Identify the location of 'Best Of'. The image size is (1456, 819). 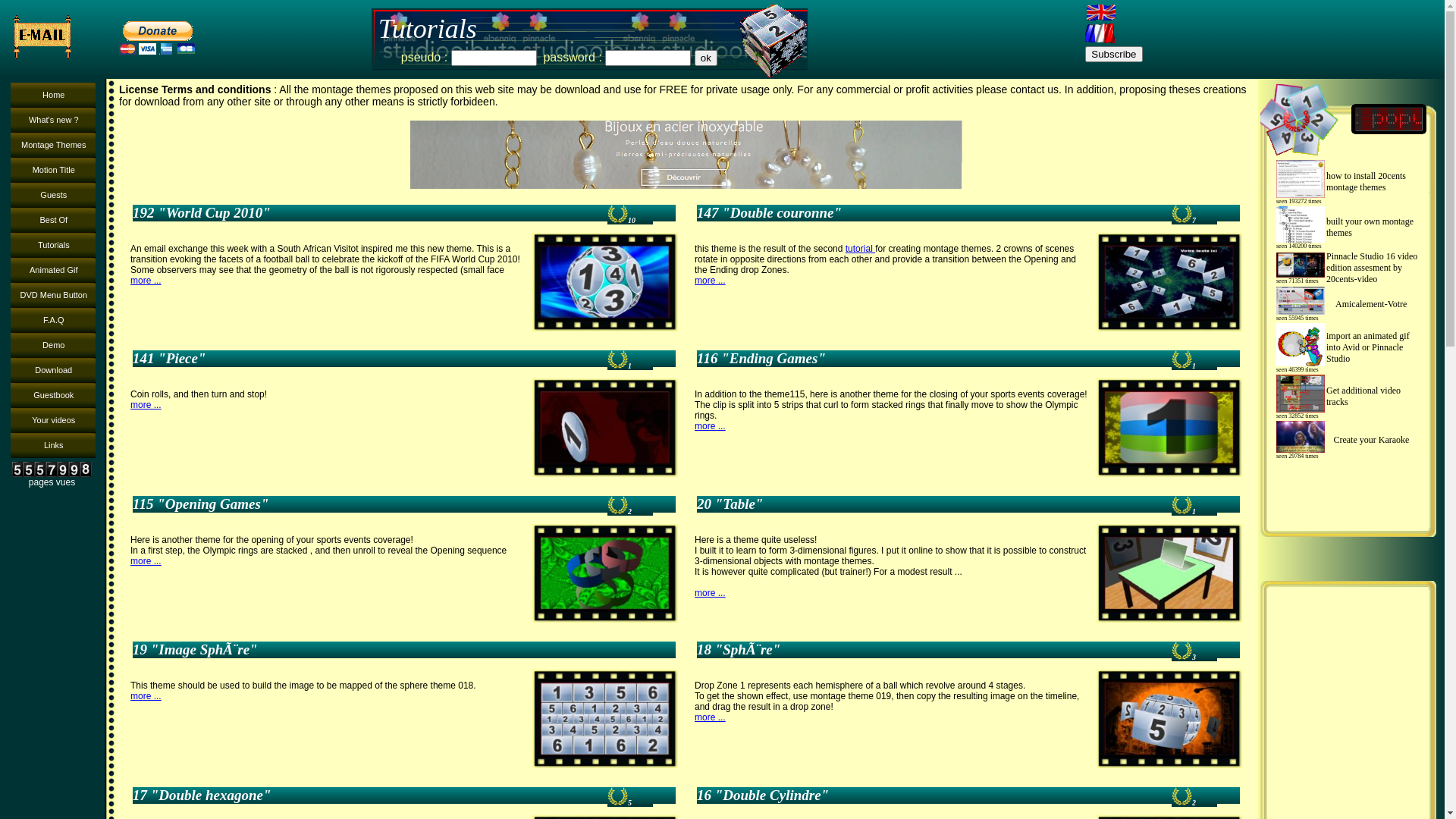
(53, 220).